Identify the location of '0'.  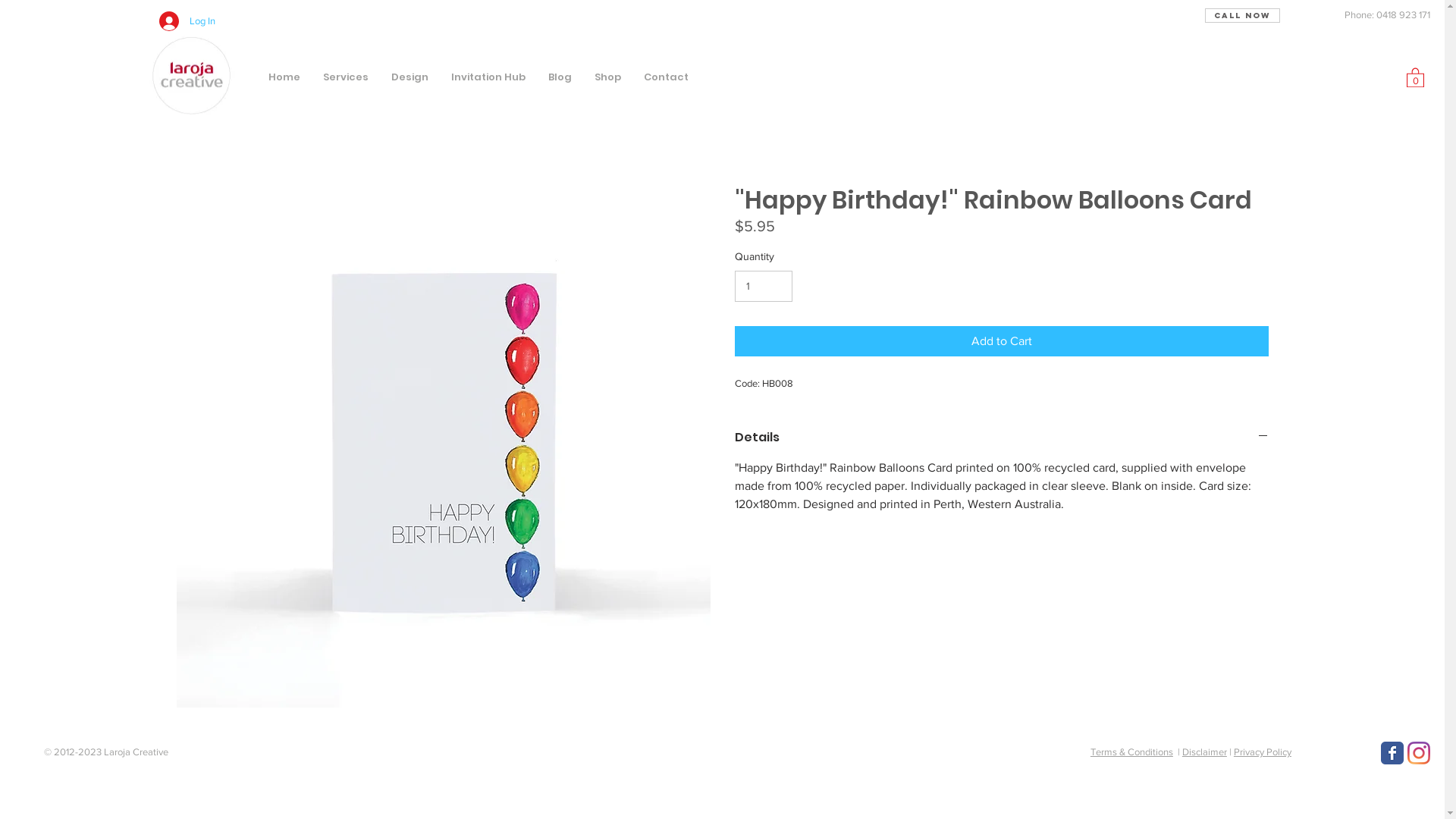
(1414, 77).